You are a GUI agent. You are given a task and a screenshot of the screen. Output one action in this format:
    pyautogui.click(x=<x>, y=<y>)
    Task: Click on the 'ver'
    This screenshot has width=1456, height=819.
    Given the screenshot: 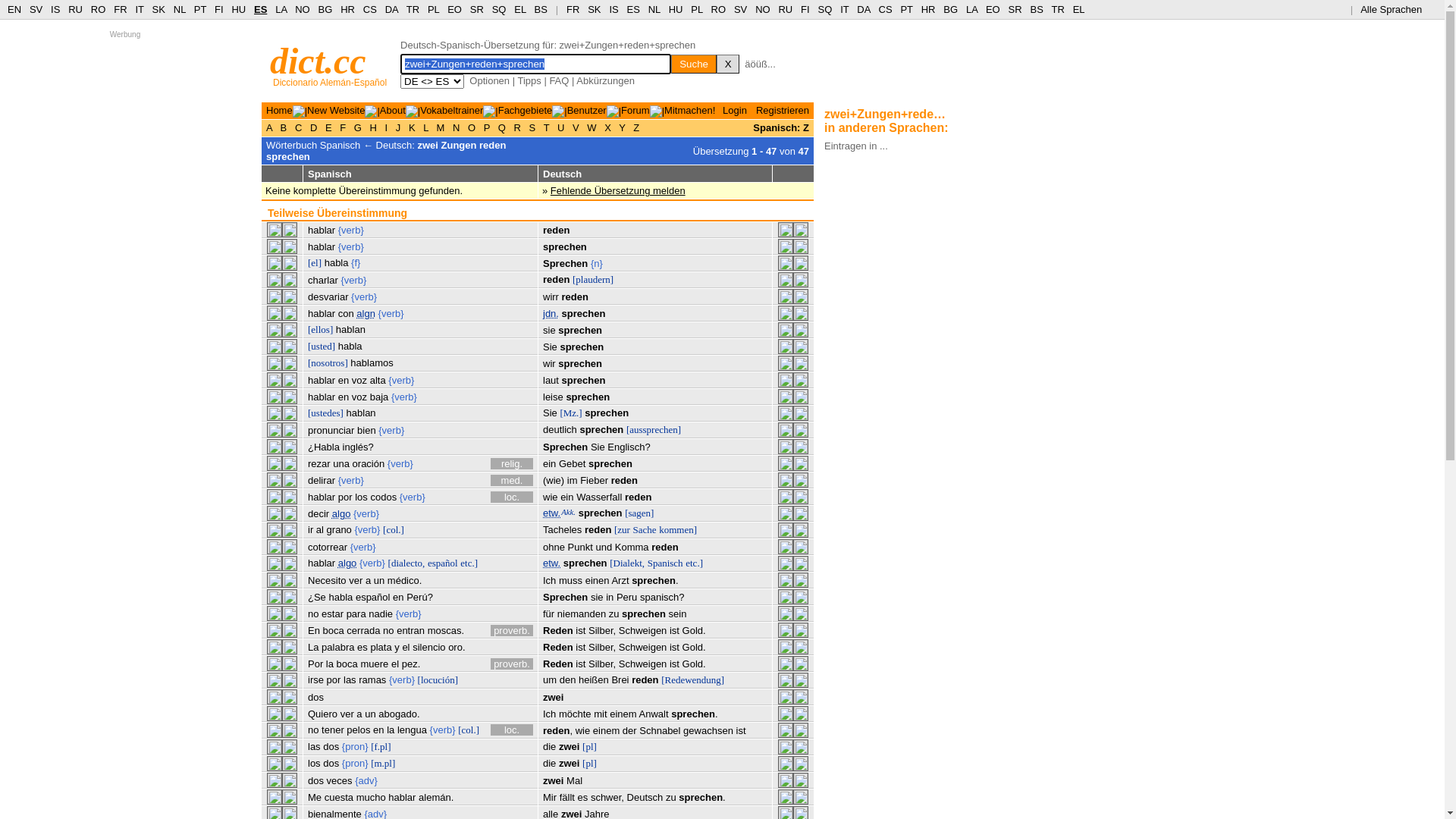 What is the action you would take?
    pyautogui.click(x=348, y=580)
    